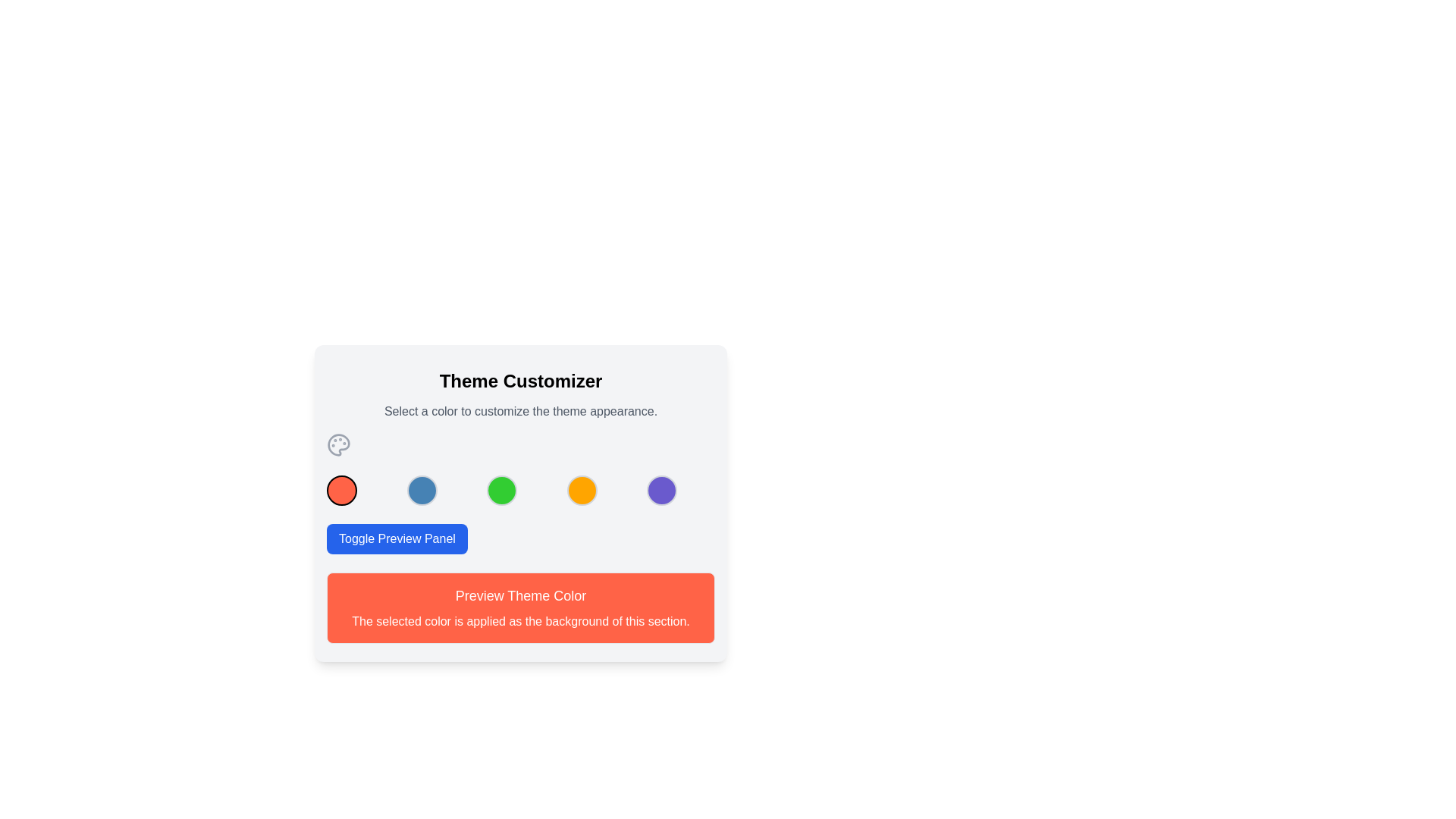  Describe the element at coordinates (520, 503) in the screenshot. I see `the rounded green Color selector button located in the Theme Customizer section` at that location.